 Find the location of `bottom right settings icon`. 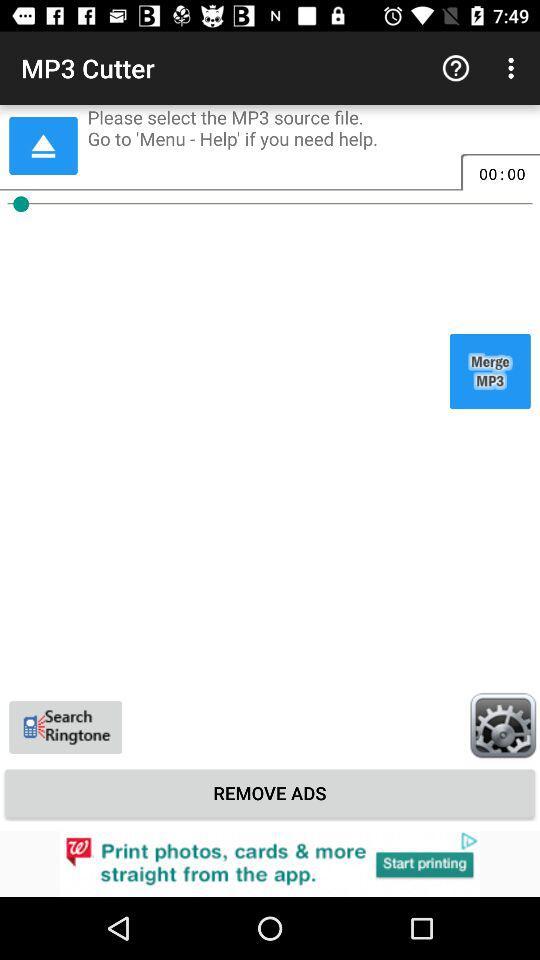

bottom right settings icon is located at coordinates (502, 724).